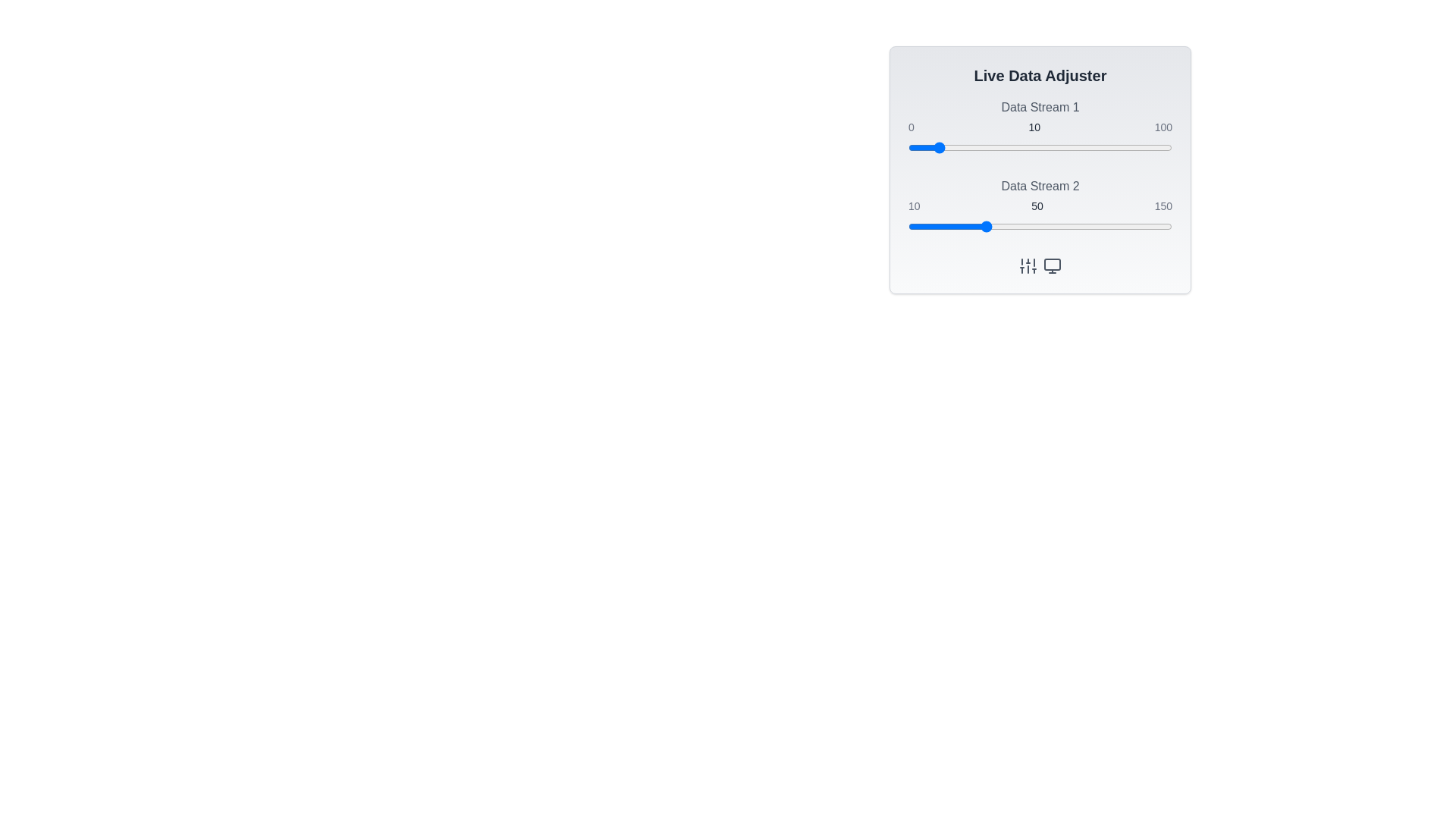  I want to click on the Data Stream 2 value, so click(955, 227).